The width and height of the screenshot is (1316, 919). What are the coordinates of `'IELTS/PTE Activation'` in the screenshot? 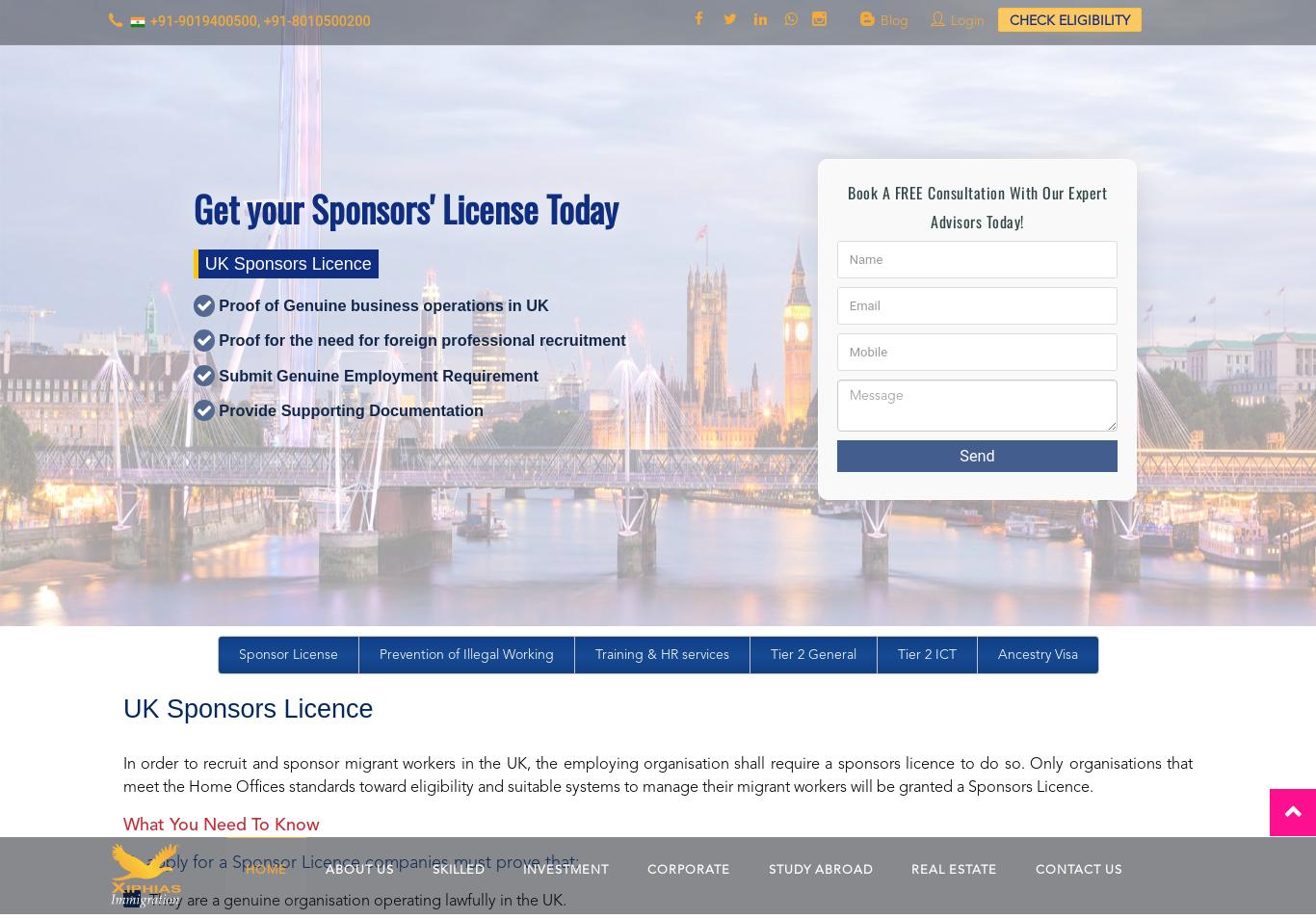 It's located at (741, 741).